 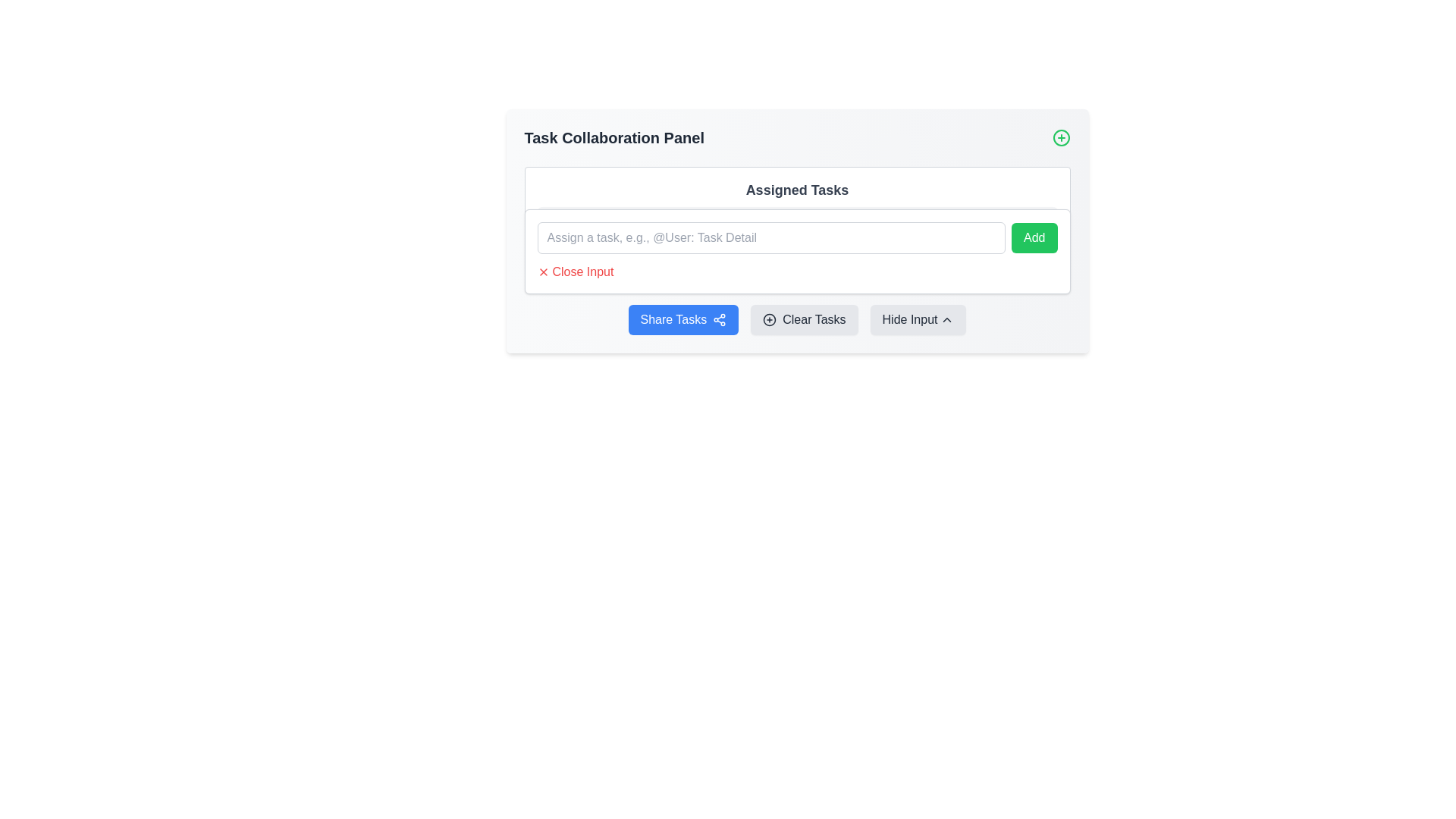 What do you see at coordinates (1040, 257) in the screenshot?
I see `the Icon button located at the rightmost position of the task card with the text '@Emily: Update Spreadsheet'` at bounding box center [1040, 257].